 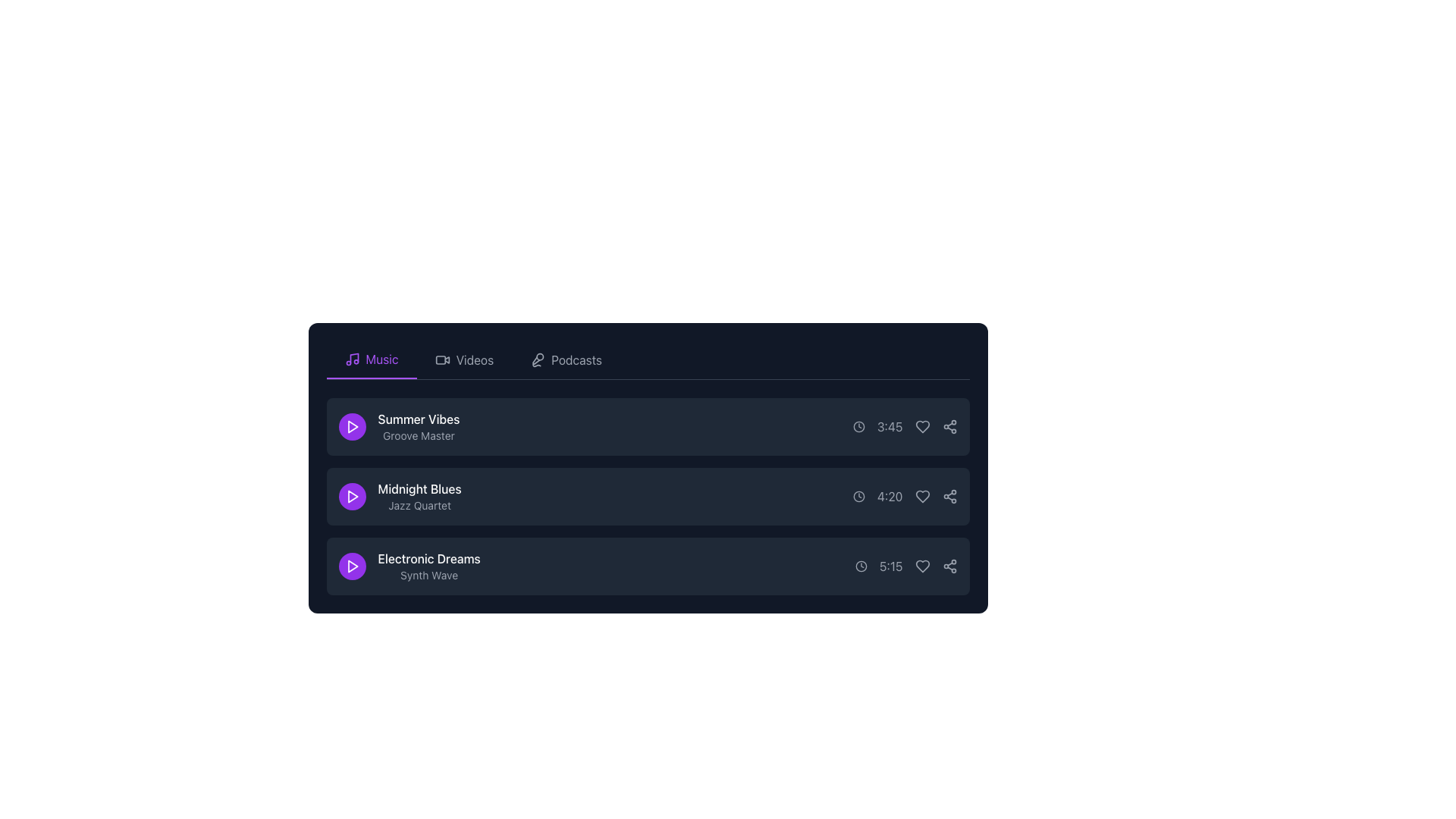 What do you see at coordinates (921, 497) in the screenshot?
I see `the heart icon button` at bounding box center [921, 497].